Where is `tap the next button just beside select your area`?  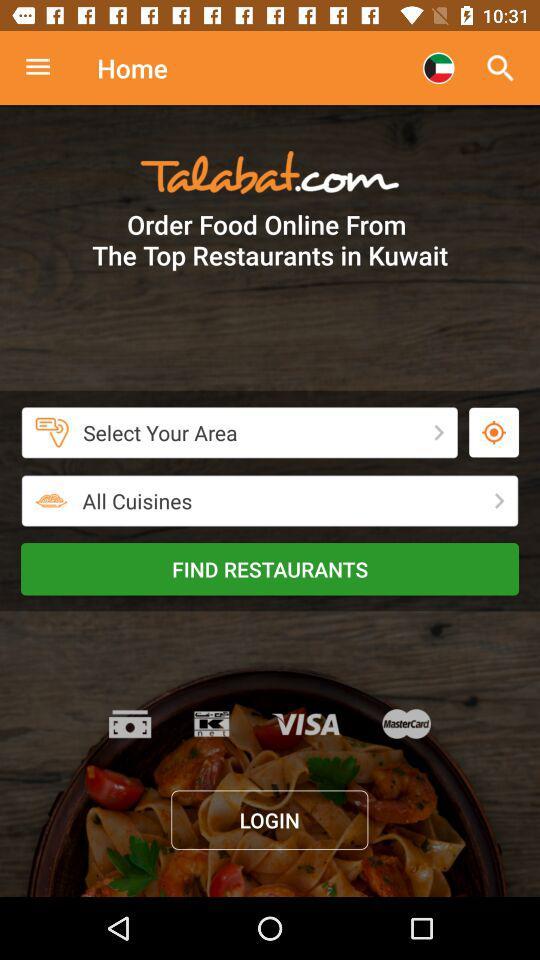
tap the next button just beside select your area is located at coordinates (438, 432).